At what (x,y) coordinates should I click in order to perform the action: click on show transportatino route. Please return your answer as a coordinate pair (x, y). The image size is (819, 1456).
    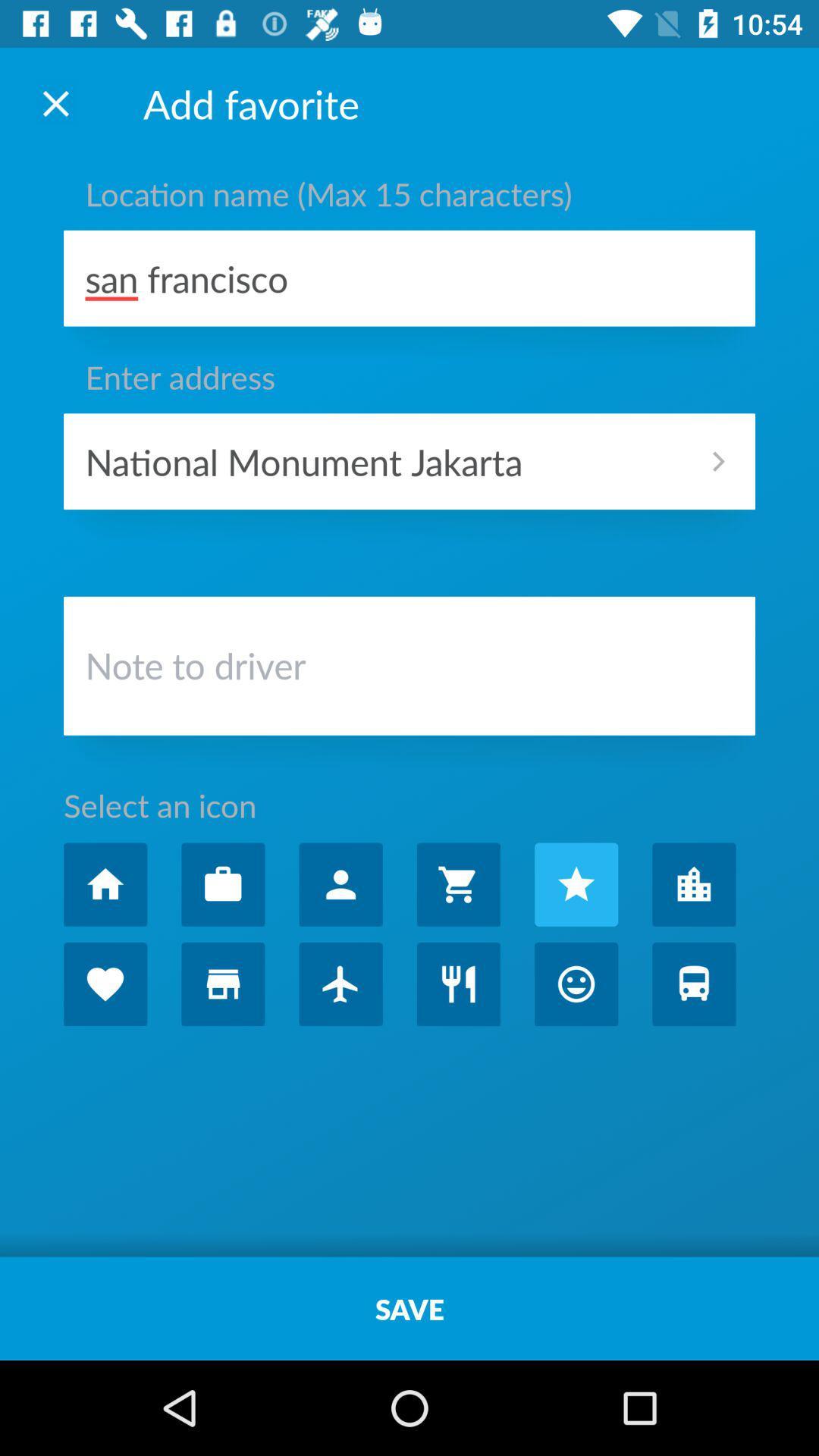
    Looking at the image, I should click on (694, 984).